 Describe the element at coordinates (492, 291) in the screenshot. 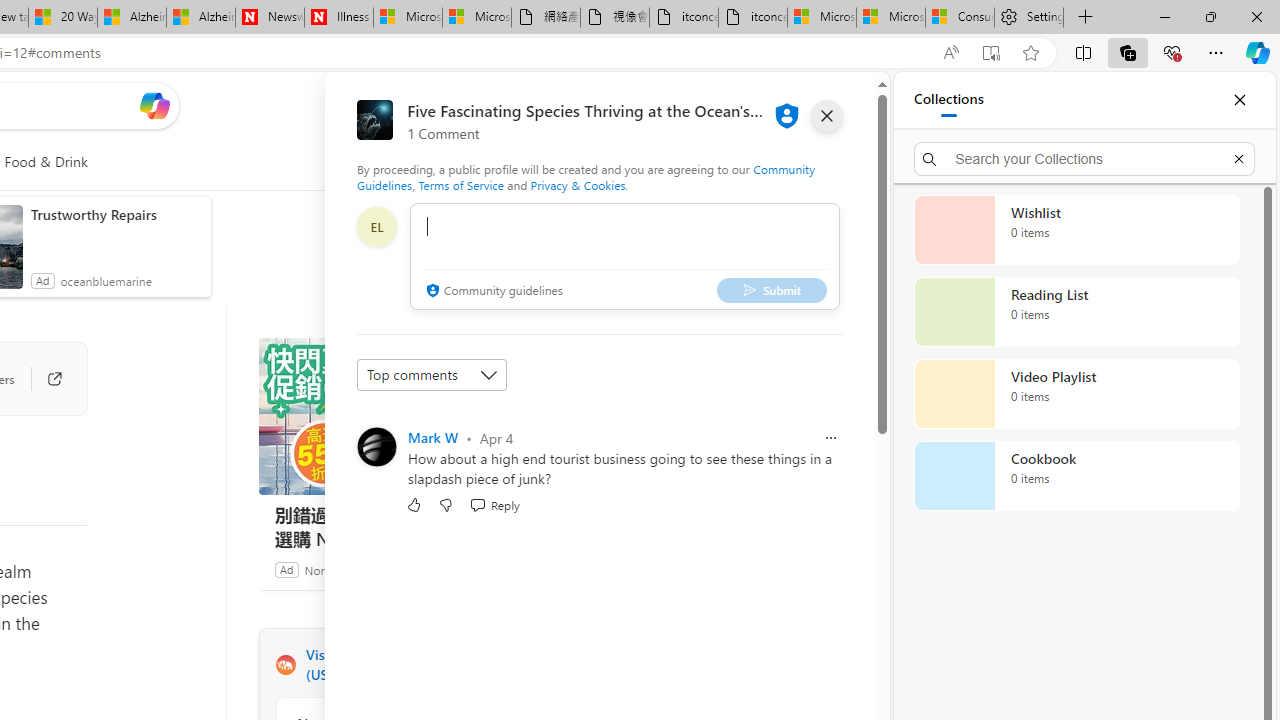

I see `'Community guidelines'` at that location.